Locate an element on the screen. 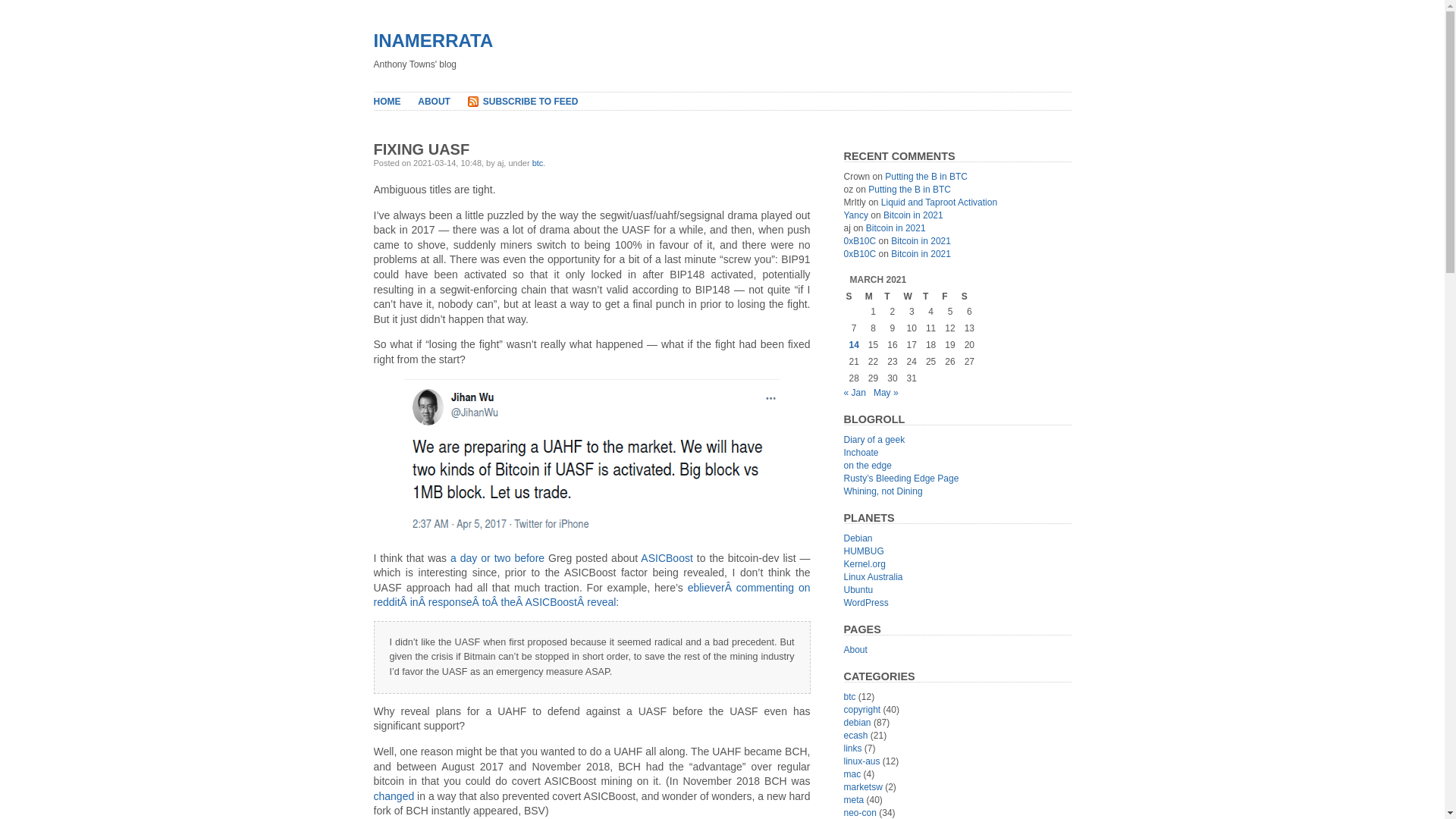 The width and height of the screenshot is (1456, 819). 'debian' is located at coordinates (856, 721).